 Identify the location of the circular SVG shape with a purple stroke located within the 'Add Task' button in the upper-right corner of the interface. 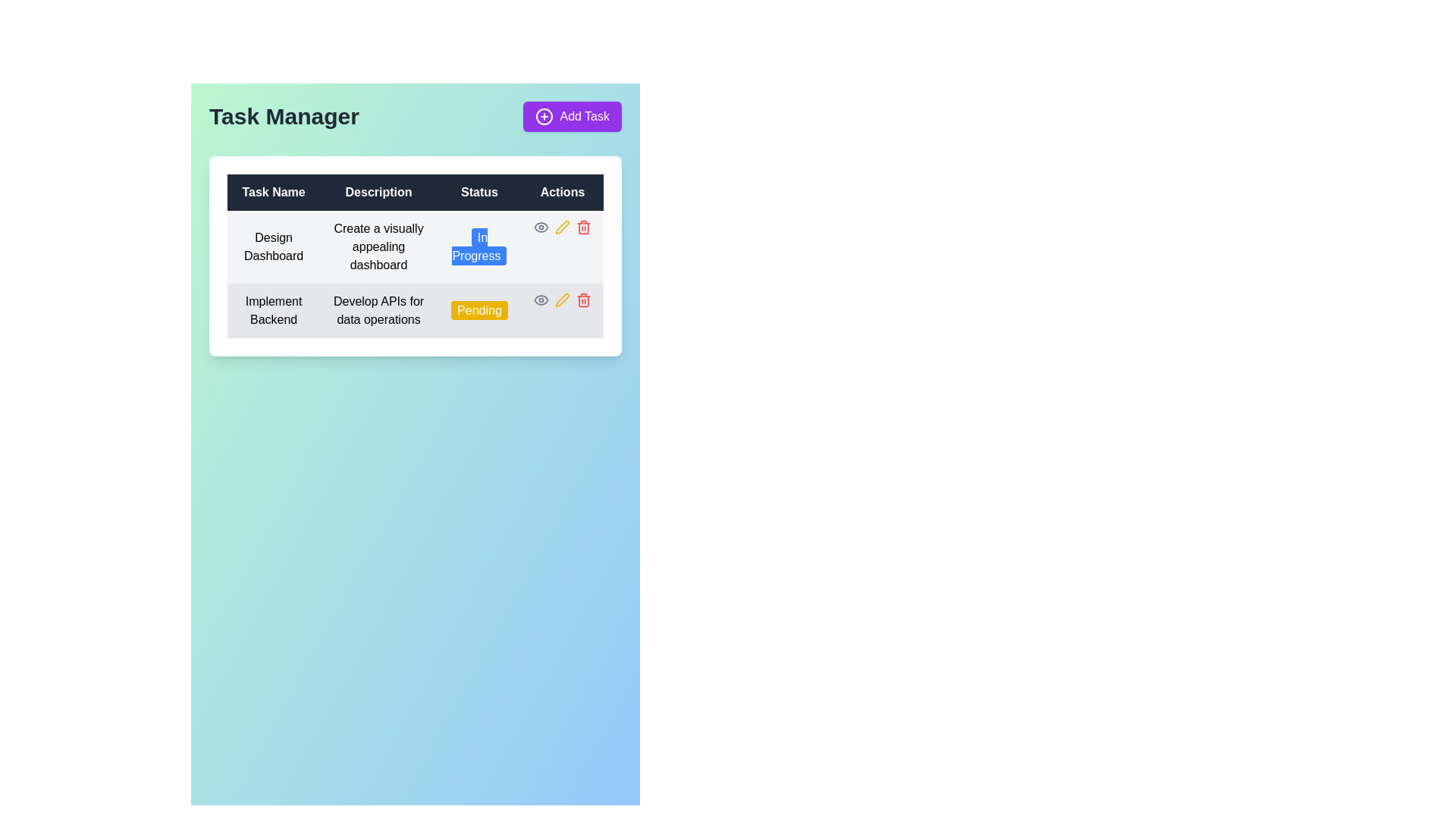
(544, 116).